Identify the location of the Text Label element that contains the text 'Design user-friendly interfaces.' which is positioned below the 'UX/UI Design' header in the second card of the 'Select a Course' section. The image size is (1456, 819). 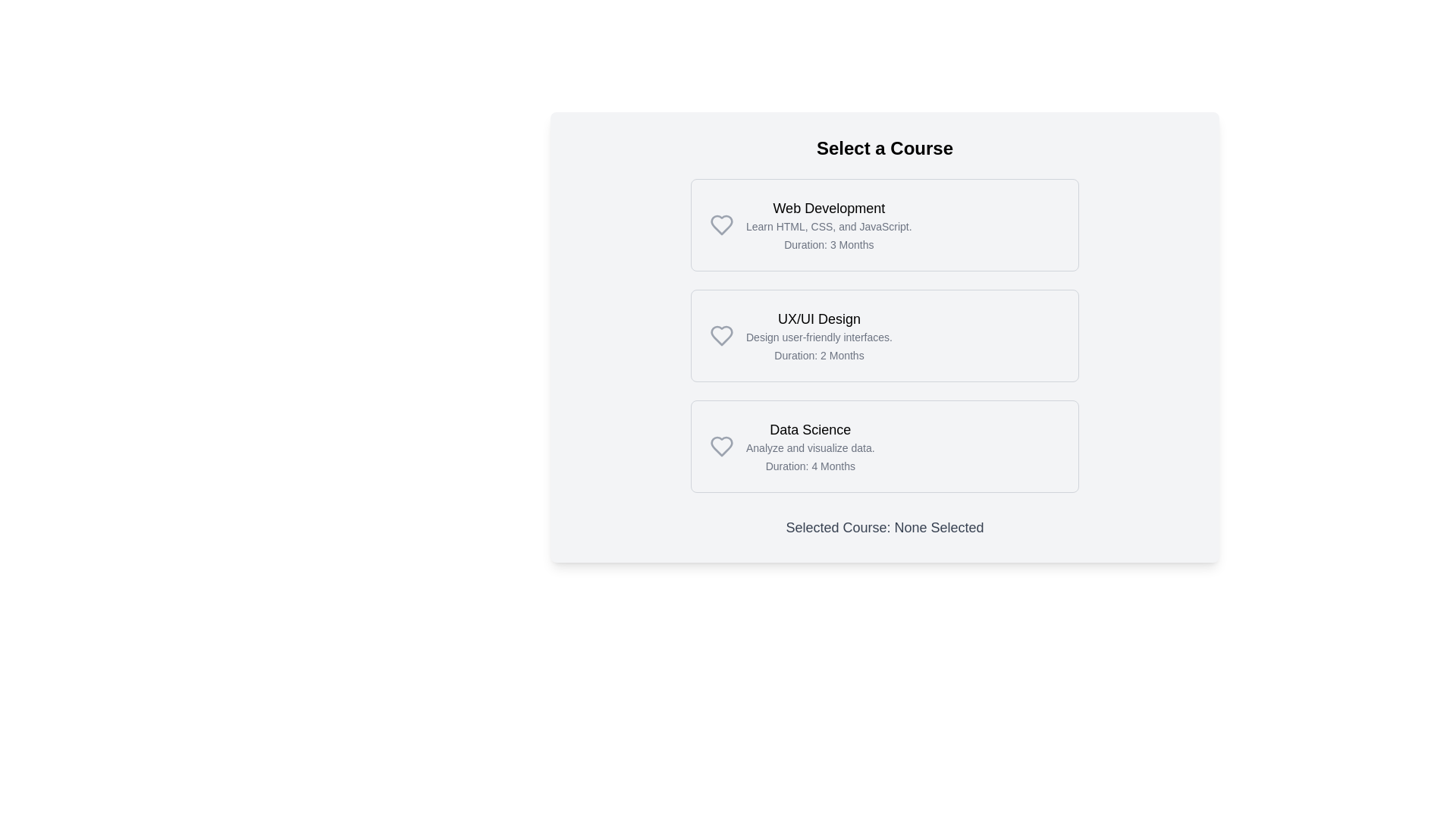
(818, 336).